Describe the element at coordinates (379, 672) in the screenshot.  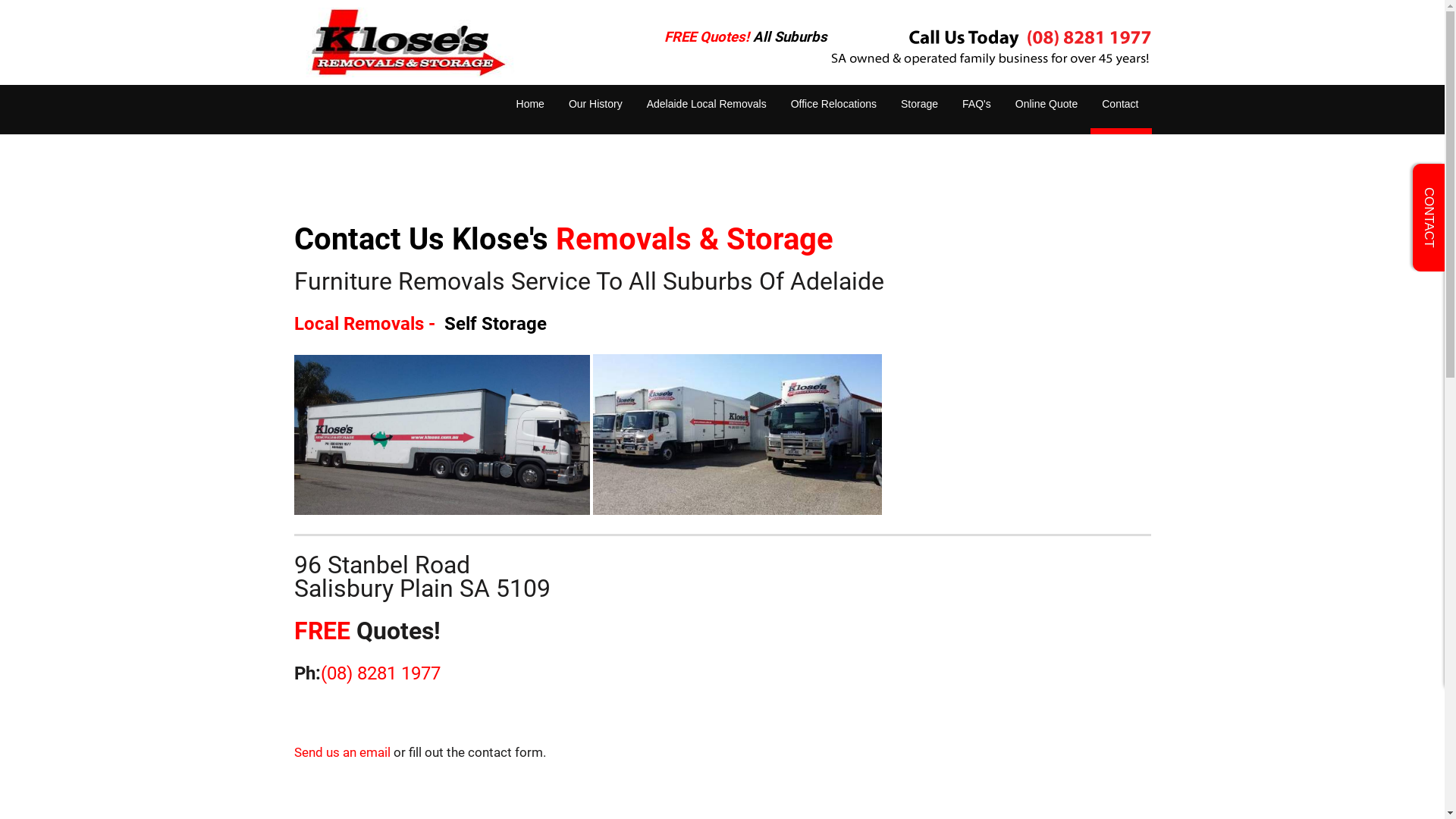
I see `'(08) 8281 1977'` at that location.